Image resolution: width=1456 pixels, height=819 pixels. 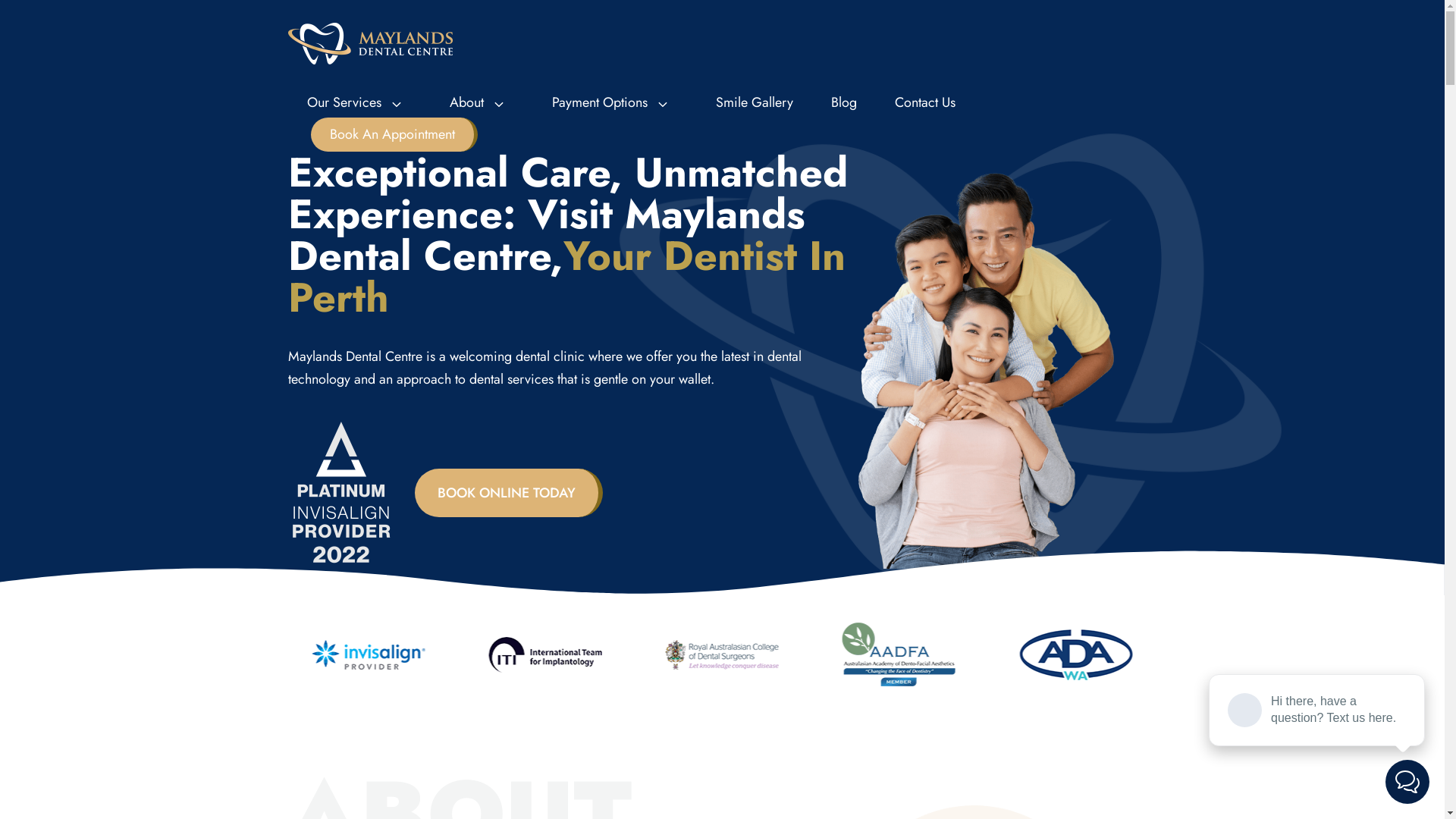 I want to click on 'About', so click(x=429, y=102).